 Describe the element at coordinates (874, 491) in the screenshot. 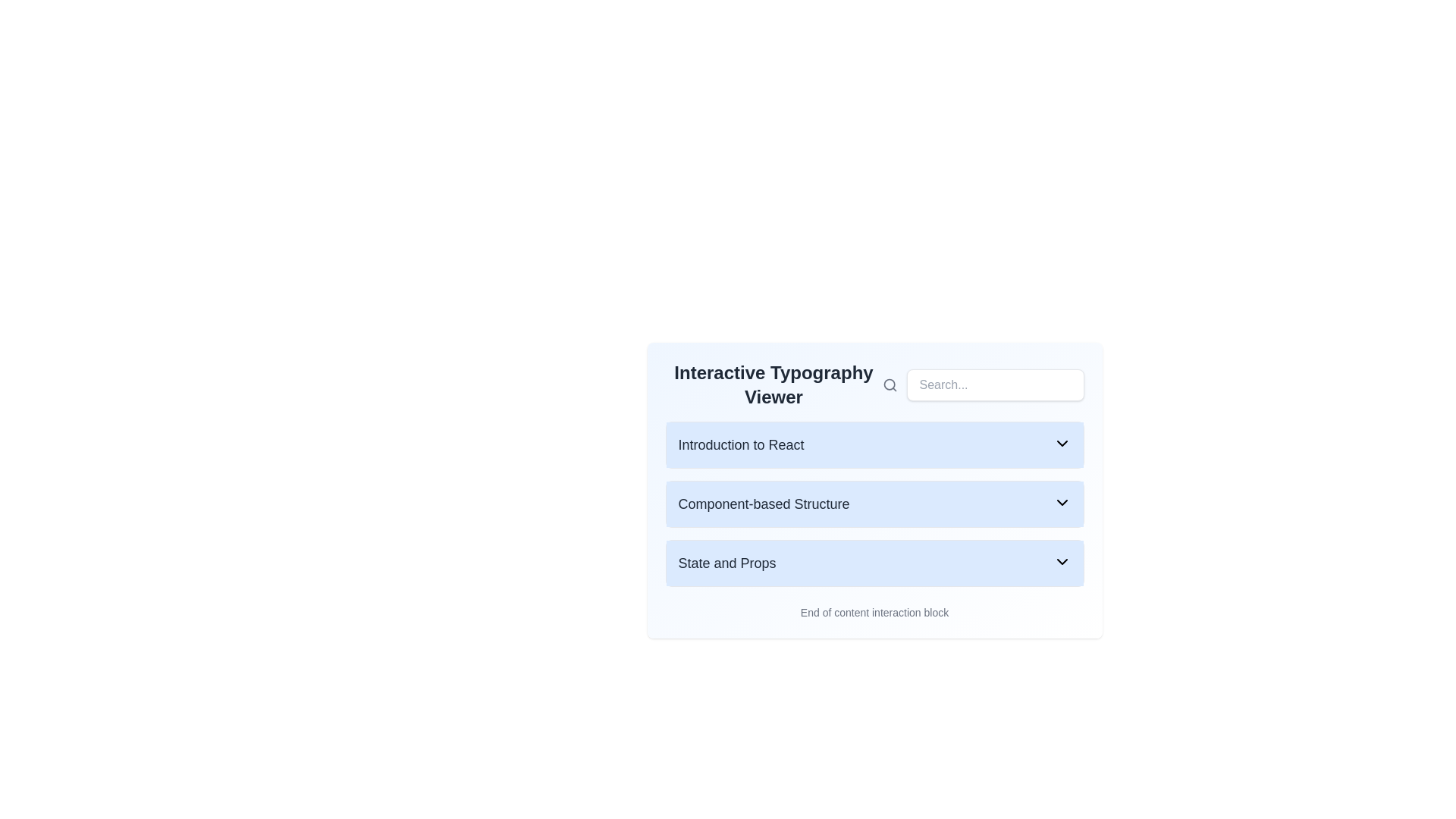

I see `the interactive list item labeled 'Component-based Structure'` at that location.